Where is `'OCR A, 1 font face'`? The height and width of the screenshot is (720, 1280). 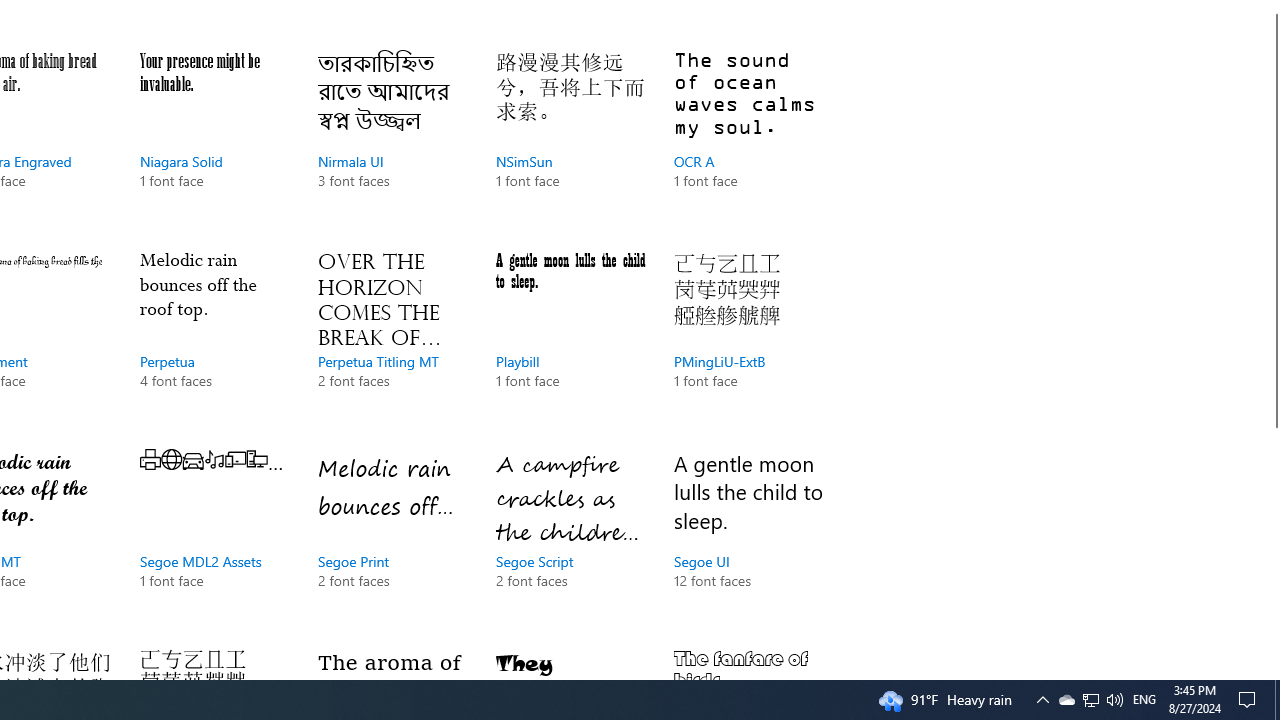
'OCR A, 1 font face' is located at coordinates (747, 139).